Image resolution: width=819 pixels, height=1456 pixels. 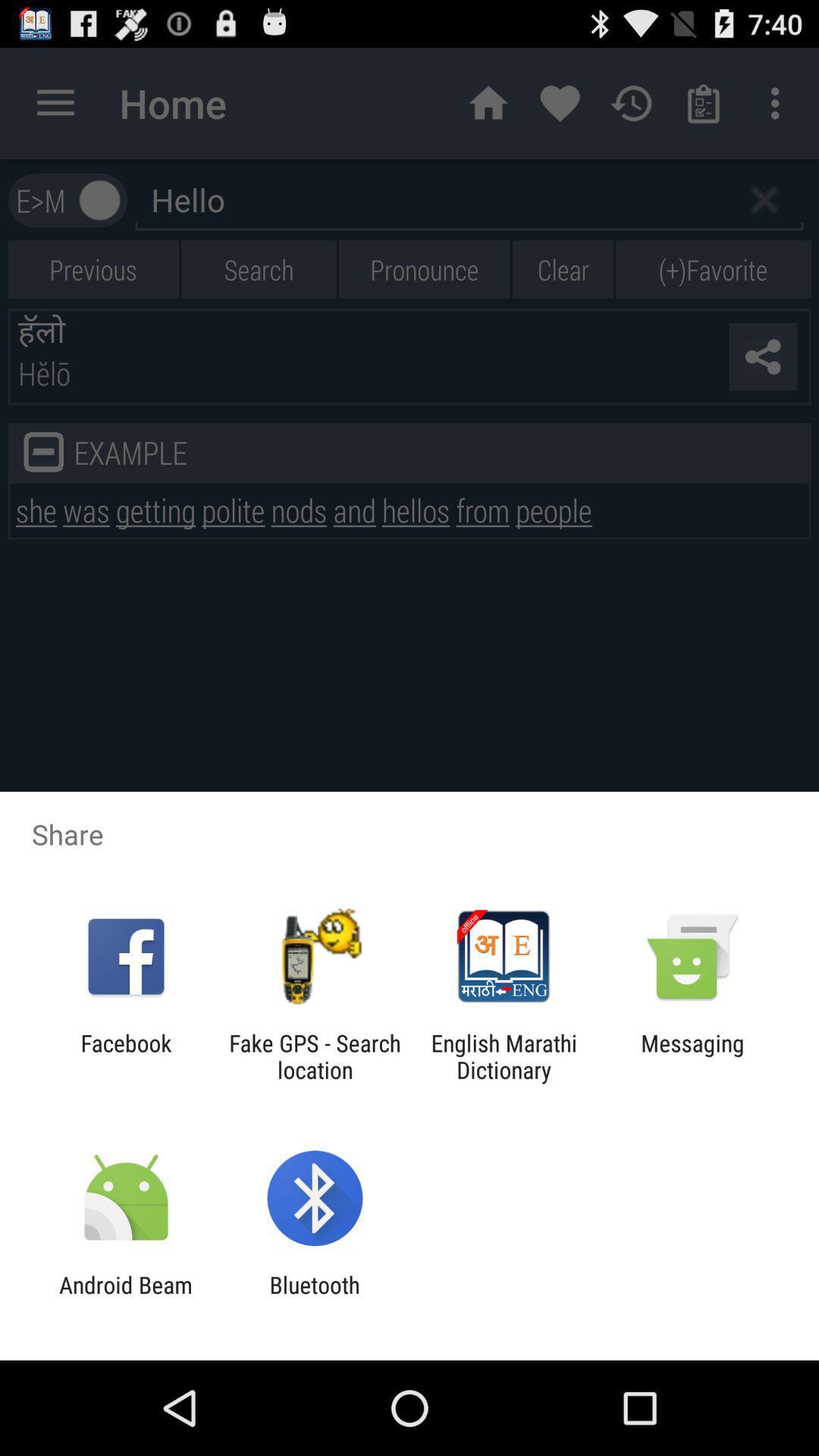 I want to click on messaging app, so click(x=692, y=1056).